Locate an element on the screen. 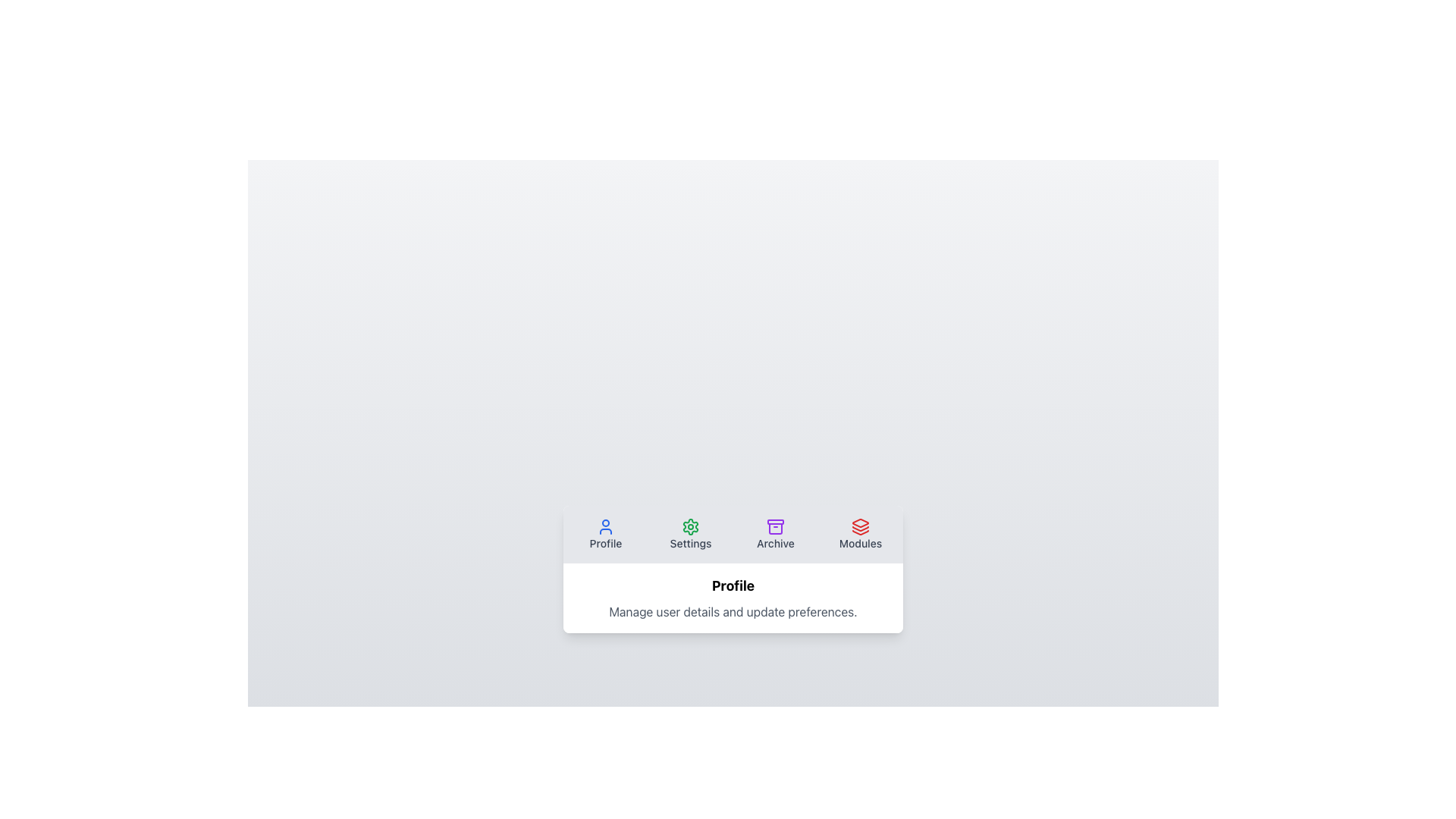 This screenshot has width=1456, height=819. the Navigation Tab which features a green gear icon and a 'Settings' label, located centrally in the bottom navigation menu is located at coordinates (690, 534).